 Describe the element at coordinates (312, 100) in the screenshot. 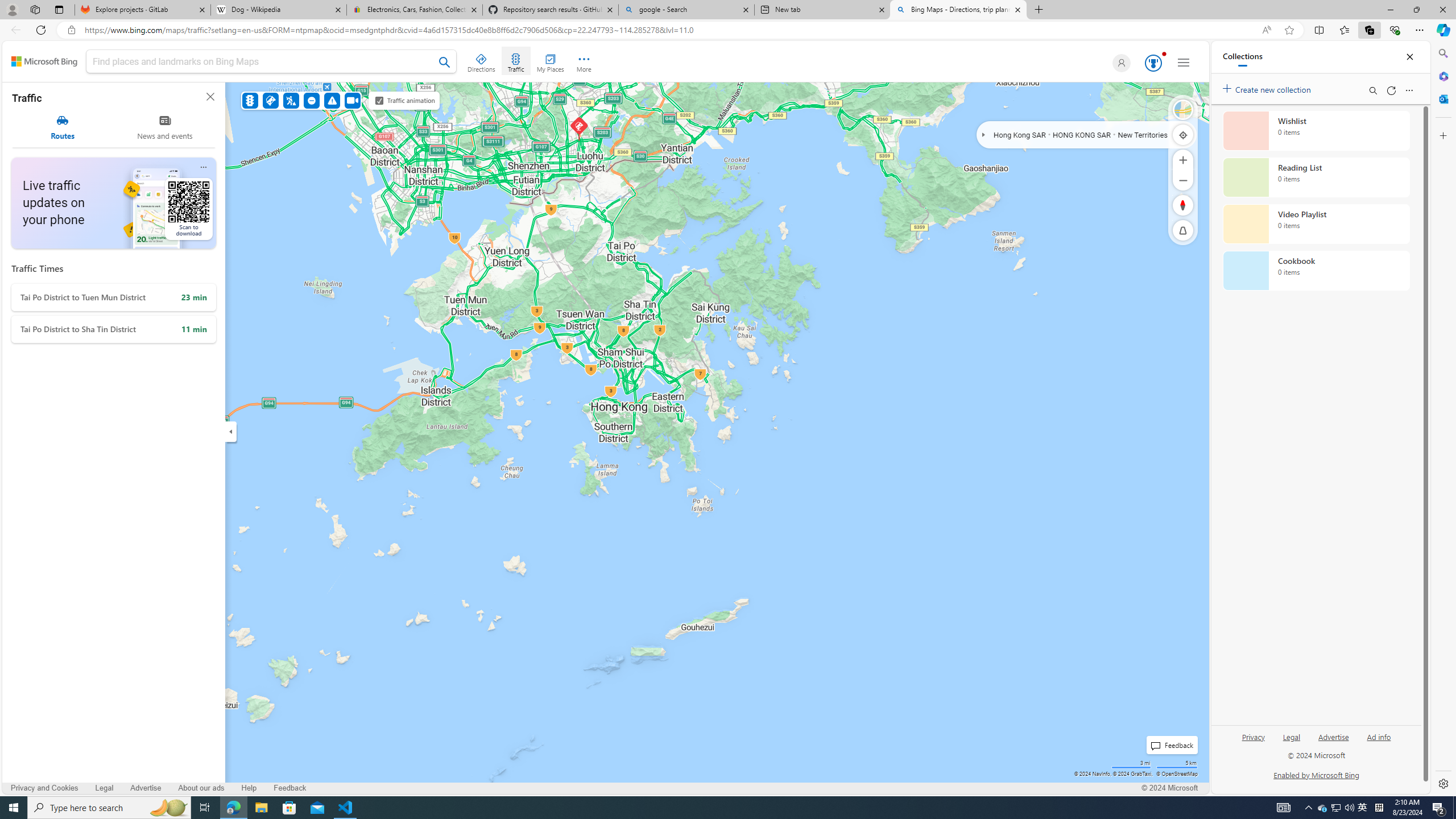

I see `'Road Closures'` at that location.